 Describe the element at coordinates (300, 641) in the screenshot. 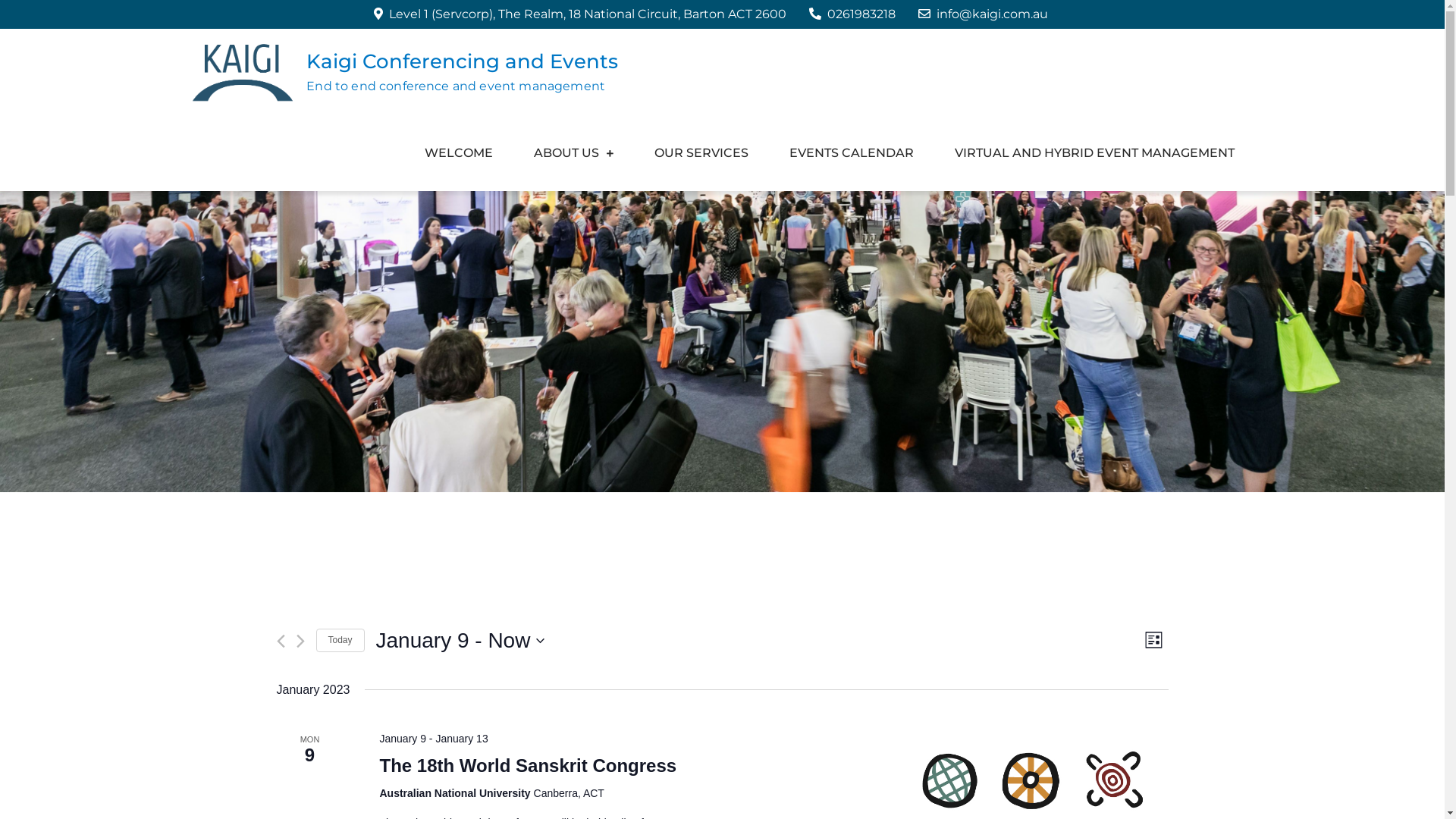

I see `'Next Events'` at that location.